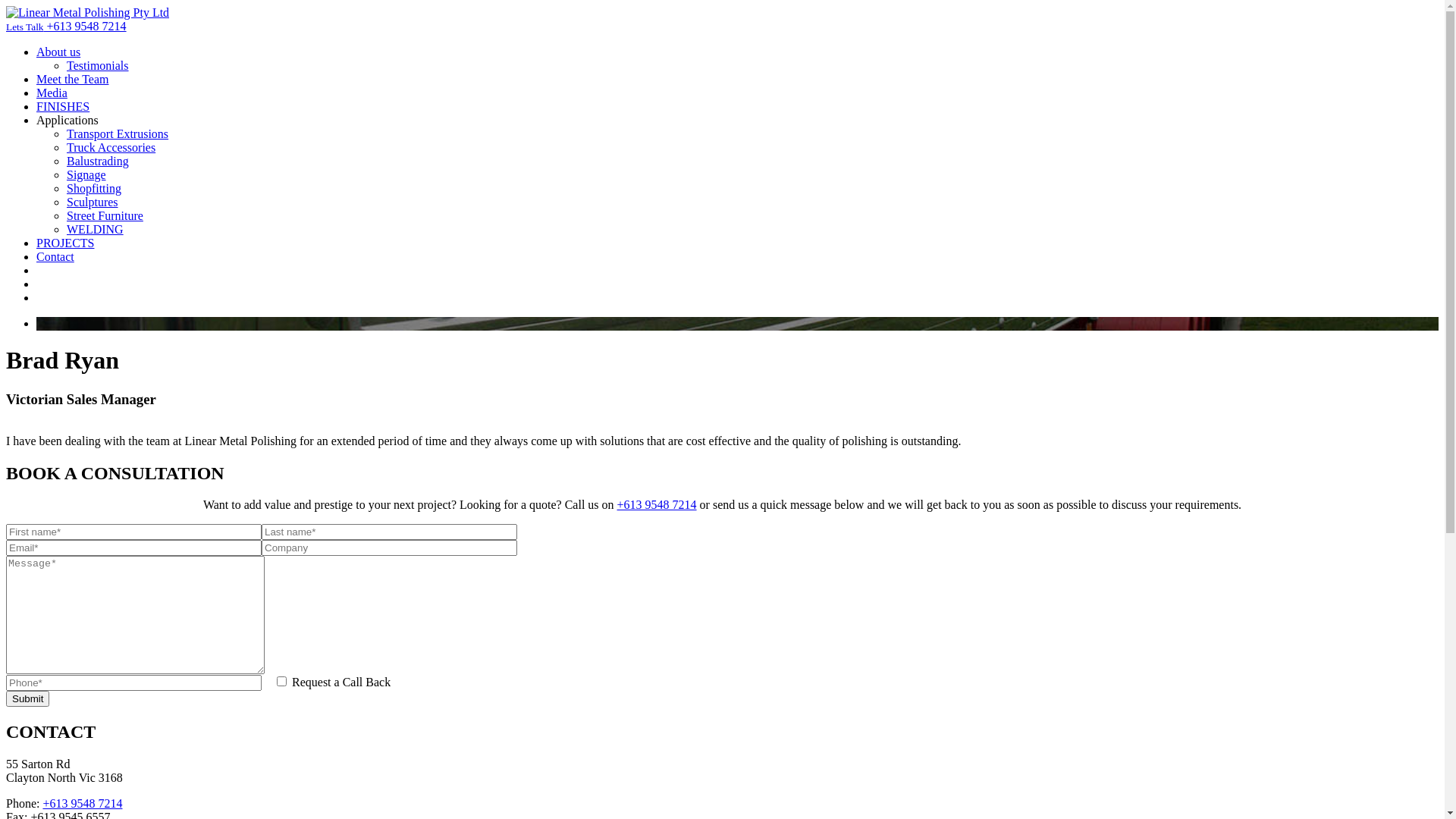 The width and height of the screenshot is (1456, 819). Describe the element at coordinates (42, 802) in the screenshot. I see `'+613 9548 7214'` at that location.